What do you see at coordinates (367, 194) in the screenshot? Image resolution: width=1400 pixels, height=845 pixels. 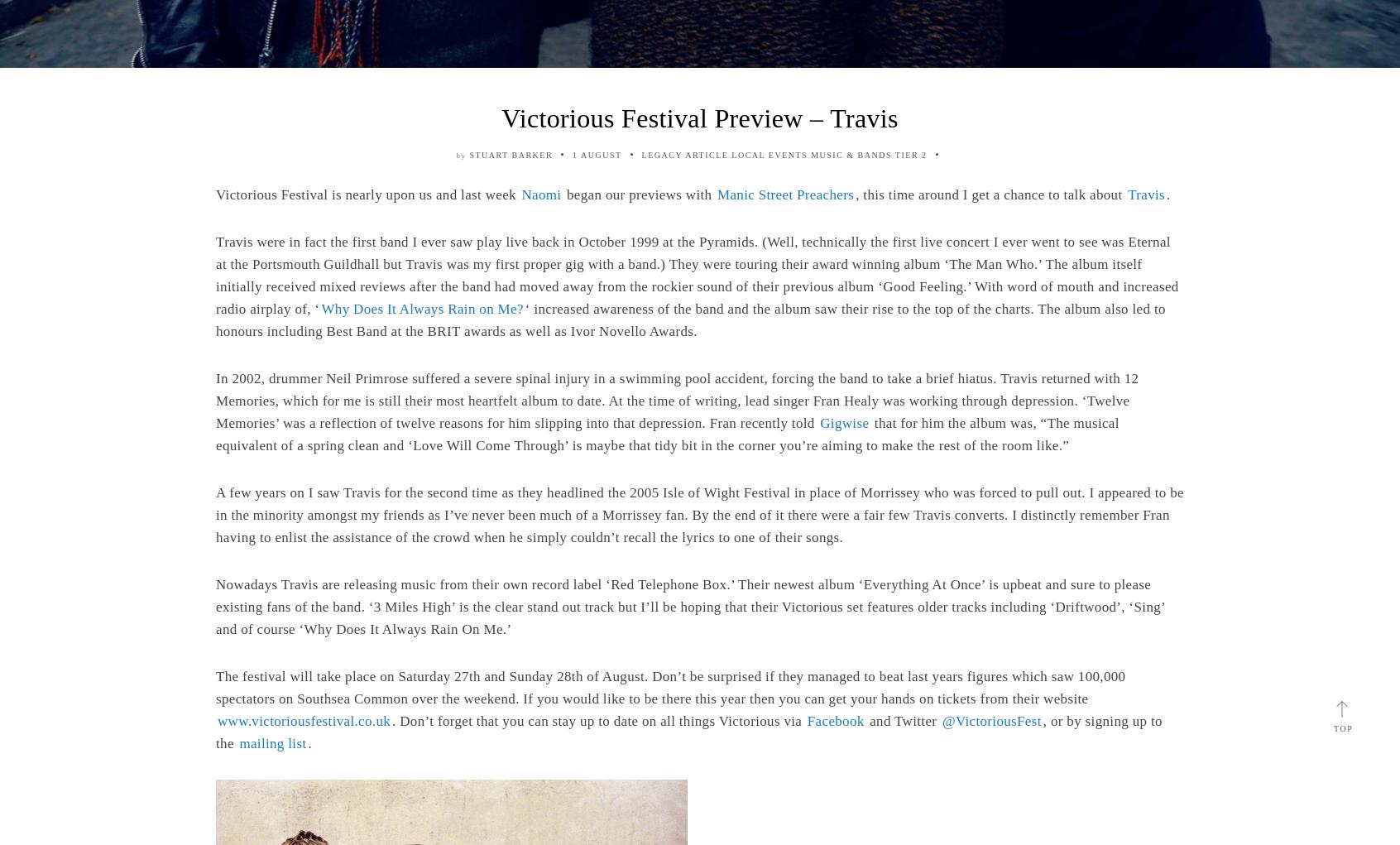 I see `'Victorious Festival is nearly upon us and last week'` at bounding box center [367, 194].